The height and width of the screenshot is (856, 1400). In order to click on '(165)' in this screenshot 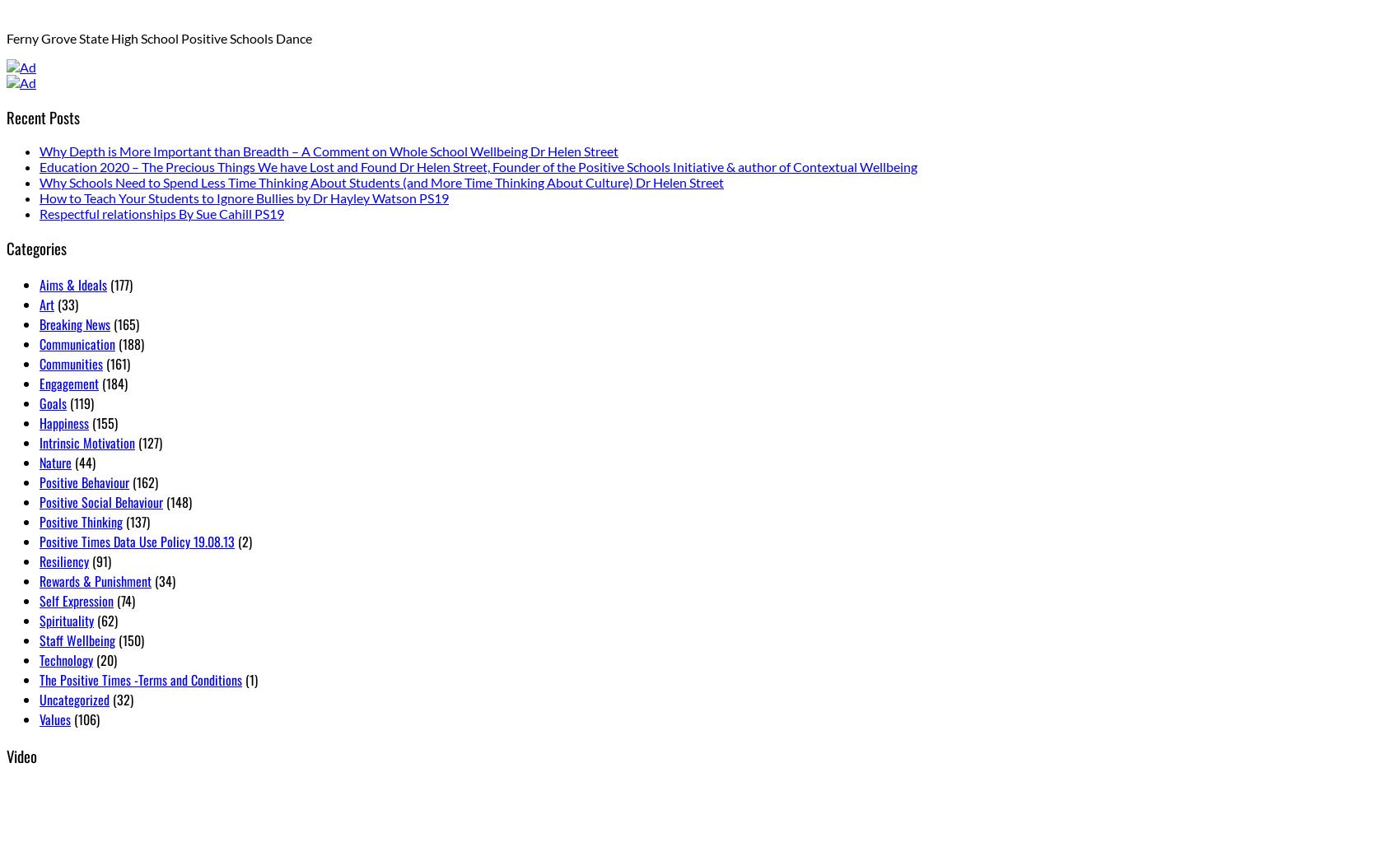, I will do `click(124, 323)`.